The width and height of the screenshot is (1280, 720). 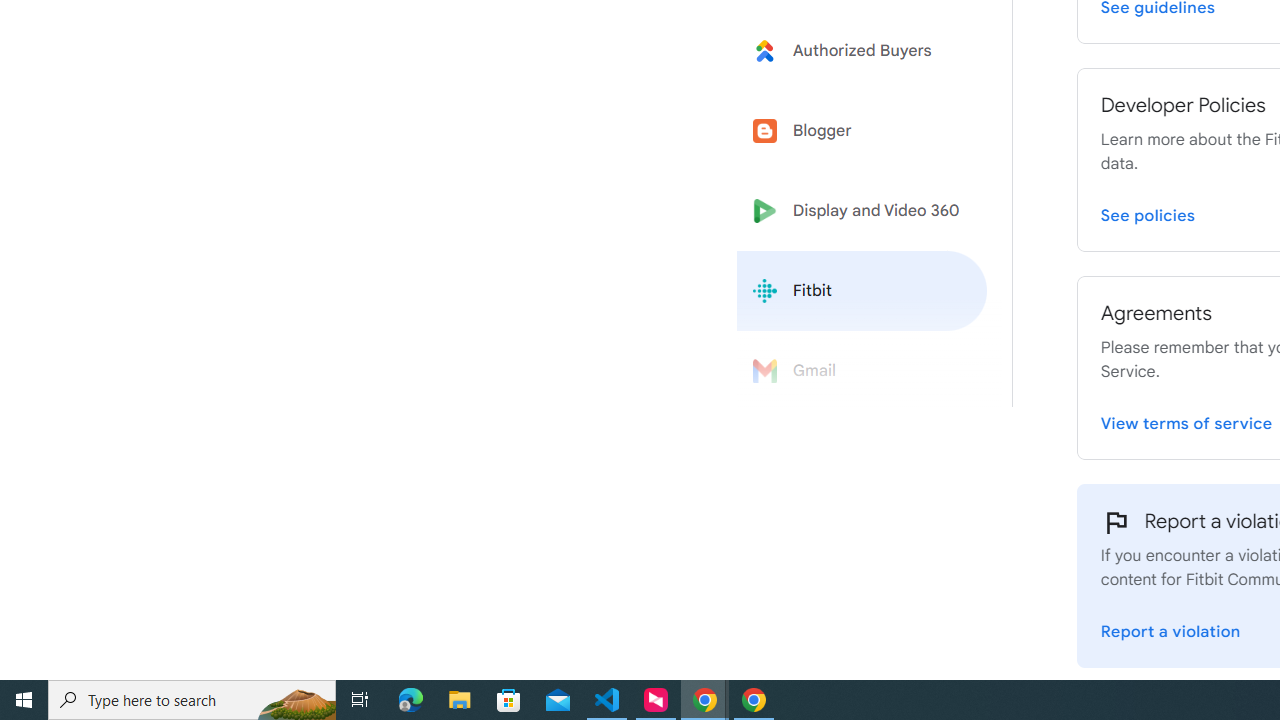 What do you see at coordinates (862, 131) in the screenshot?
I see `'Blogger'` at bounding box center [862, 131].